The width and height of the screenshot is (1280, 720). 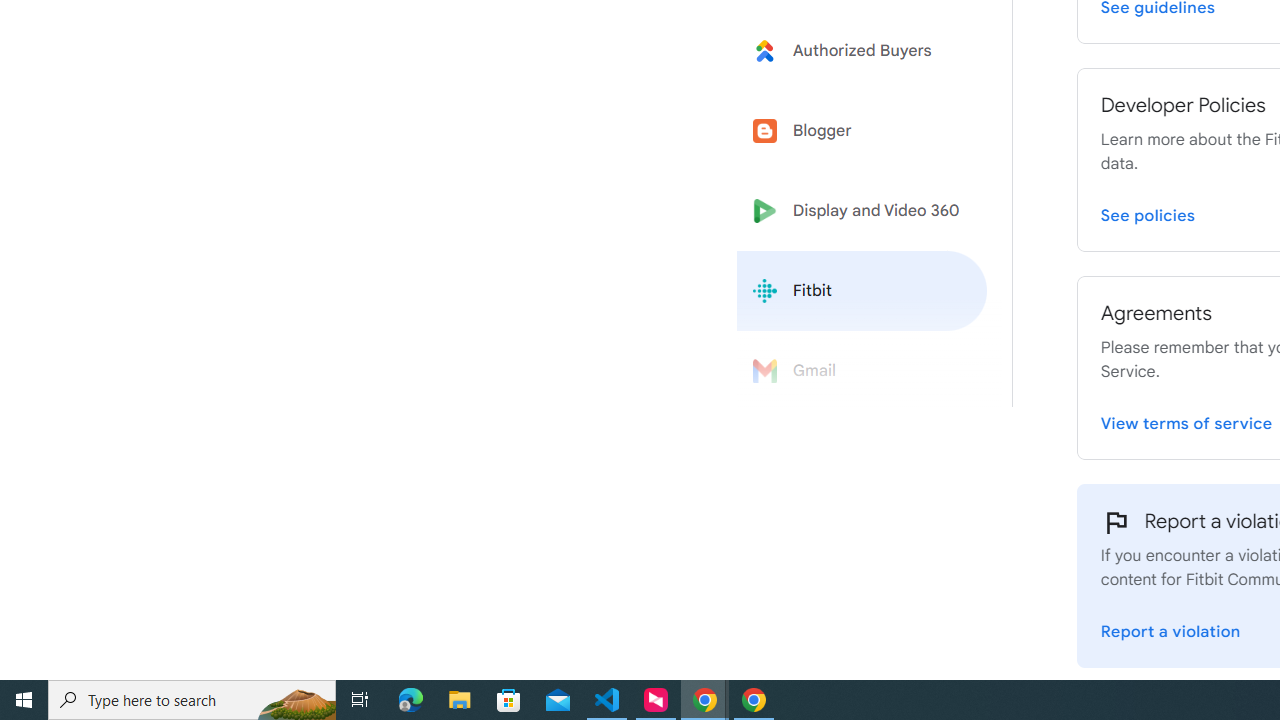 What do you see at coordinates (862, 131) in the screenshot?
I see `'Blogger'` at bounding box center [862, 131].